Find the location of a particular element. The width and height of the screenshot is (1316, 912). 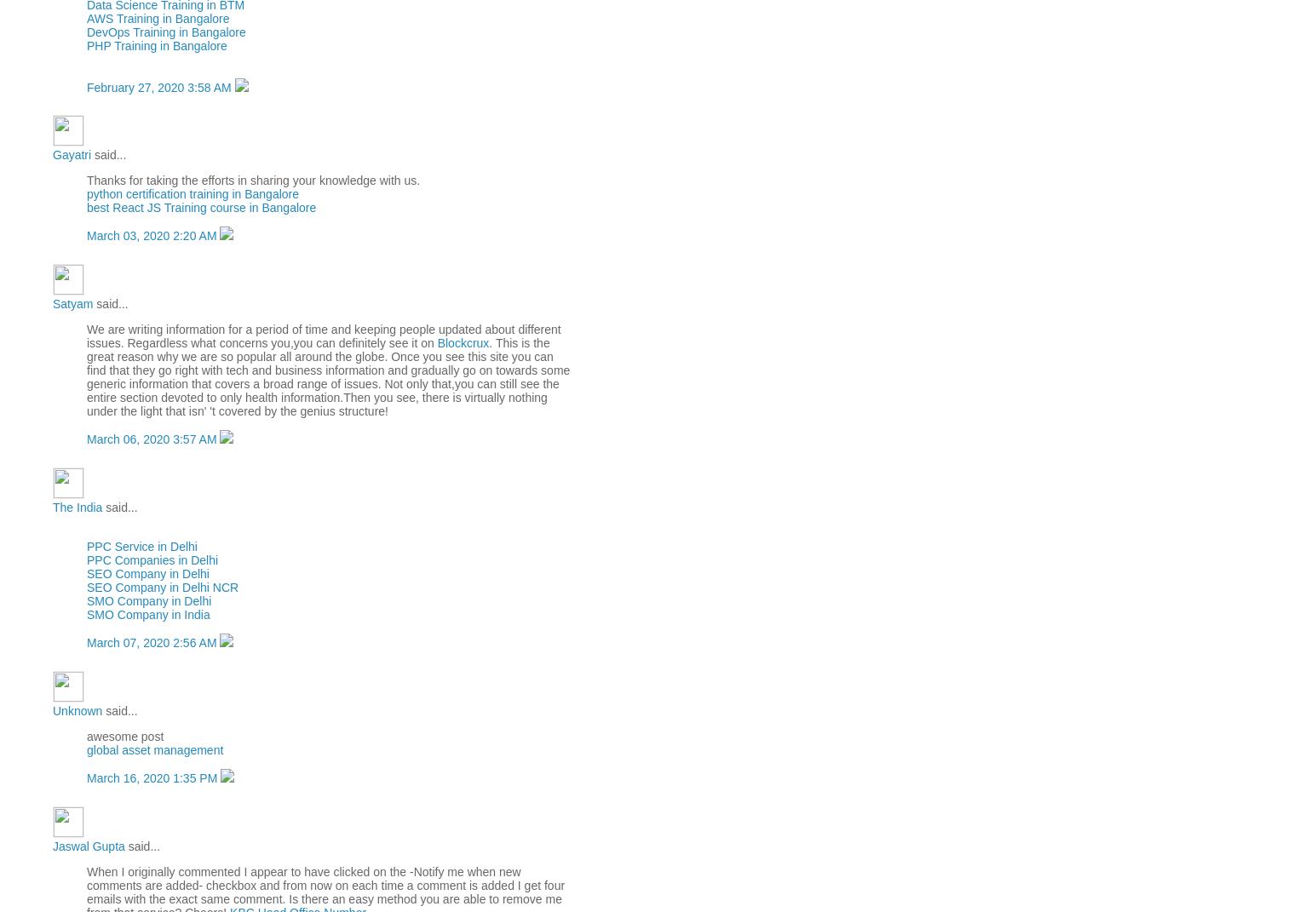

'DevOps Training in Bangalore' is located at coordinates (165, 30).